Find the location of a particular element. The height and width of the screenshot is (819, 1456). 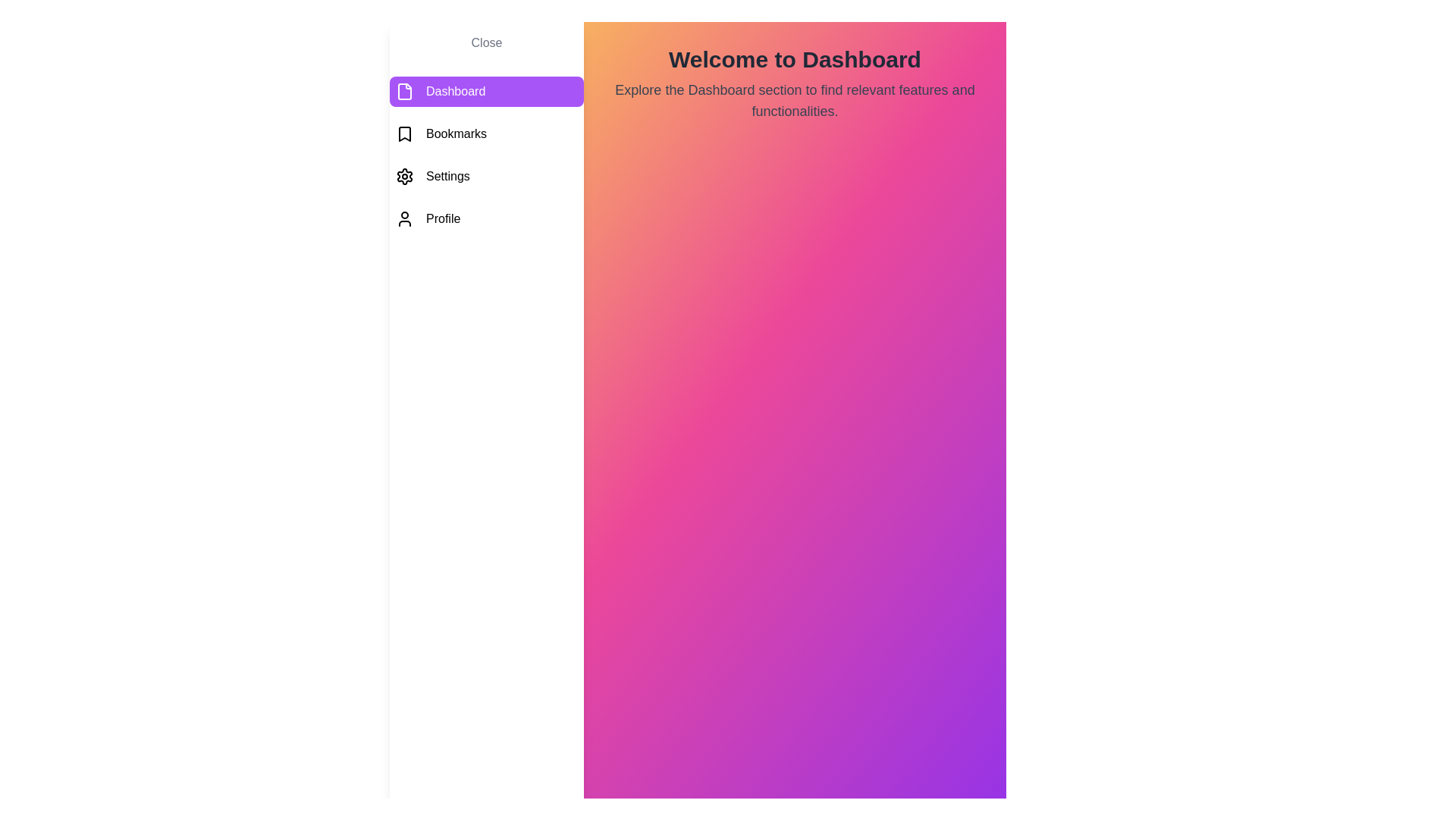

the Dashboard tab from the menu is located at coordinates (487, 91).